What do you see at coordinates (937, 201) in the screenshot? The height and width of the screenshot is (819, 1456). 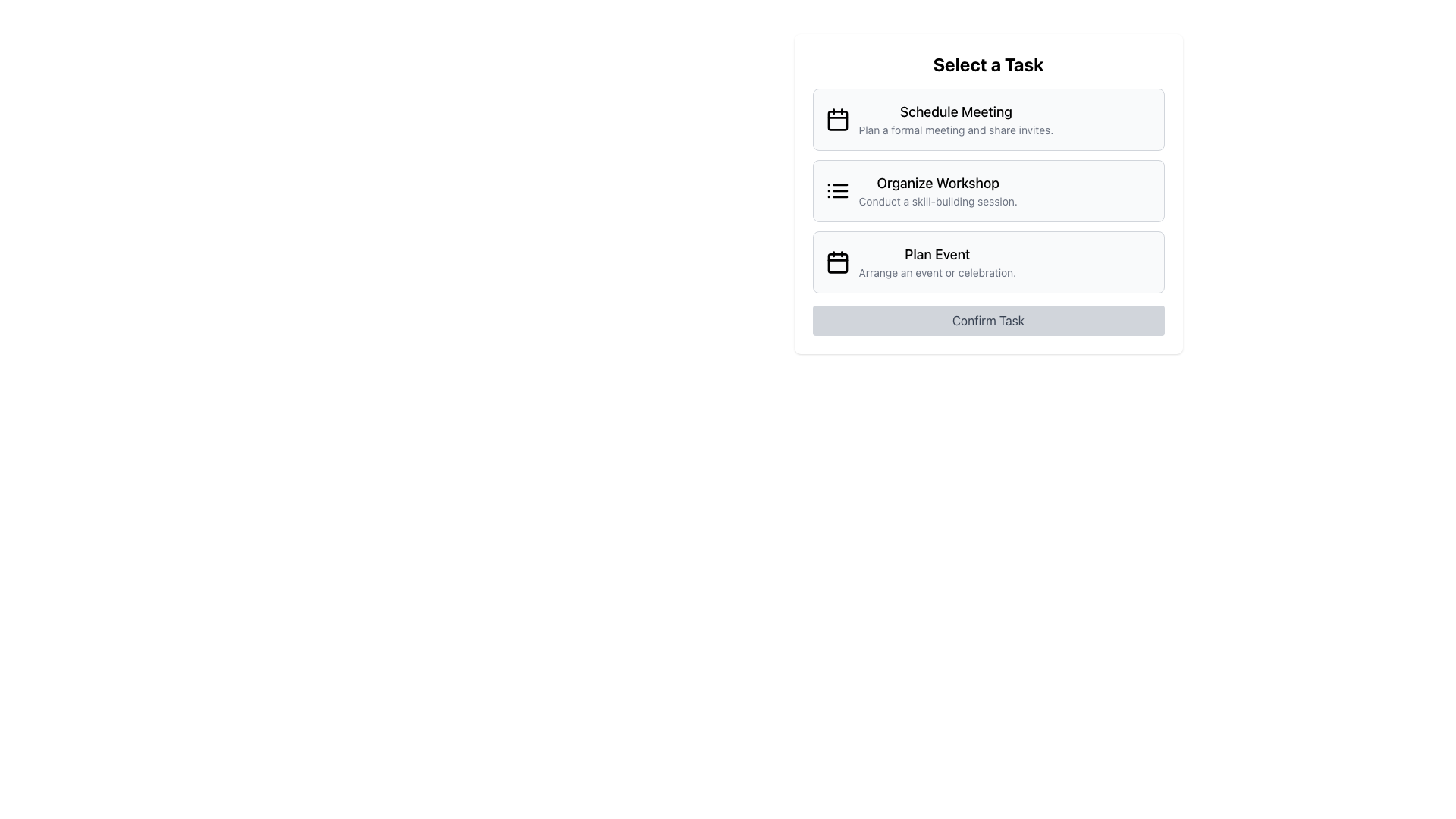 I see `the text label that reads 'Conduct a skill-building session.' which is styled in small gray font and located directly below 'Organize Workshop.'` at bounding box center [937, 201].